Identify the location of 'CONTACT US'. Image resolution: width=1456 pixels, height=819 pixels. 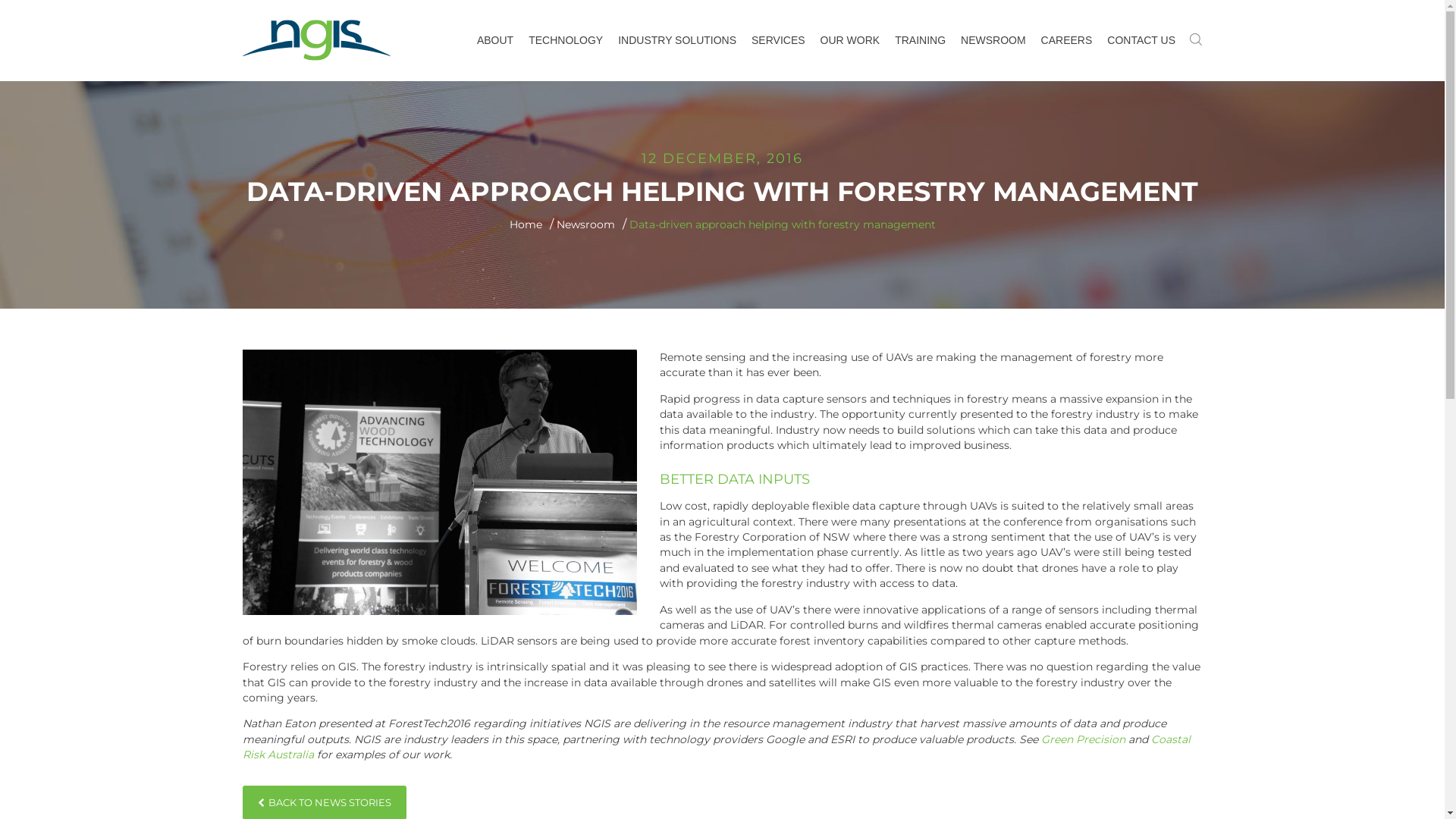
(1141, 39).